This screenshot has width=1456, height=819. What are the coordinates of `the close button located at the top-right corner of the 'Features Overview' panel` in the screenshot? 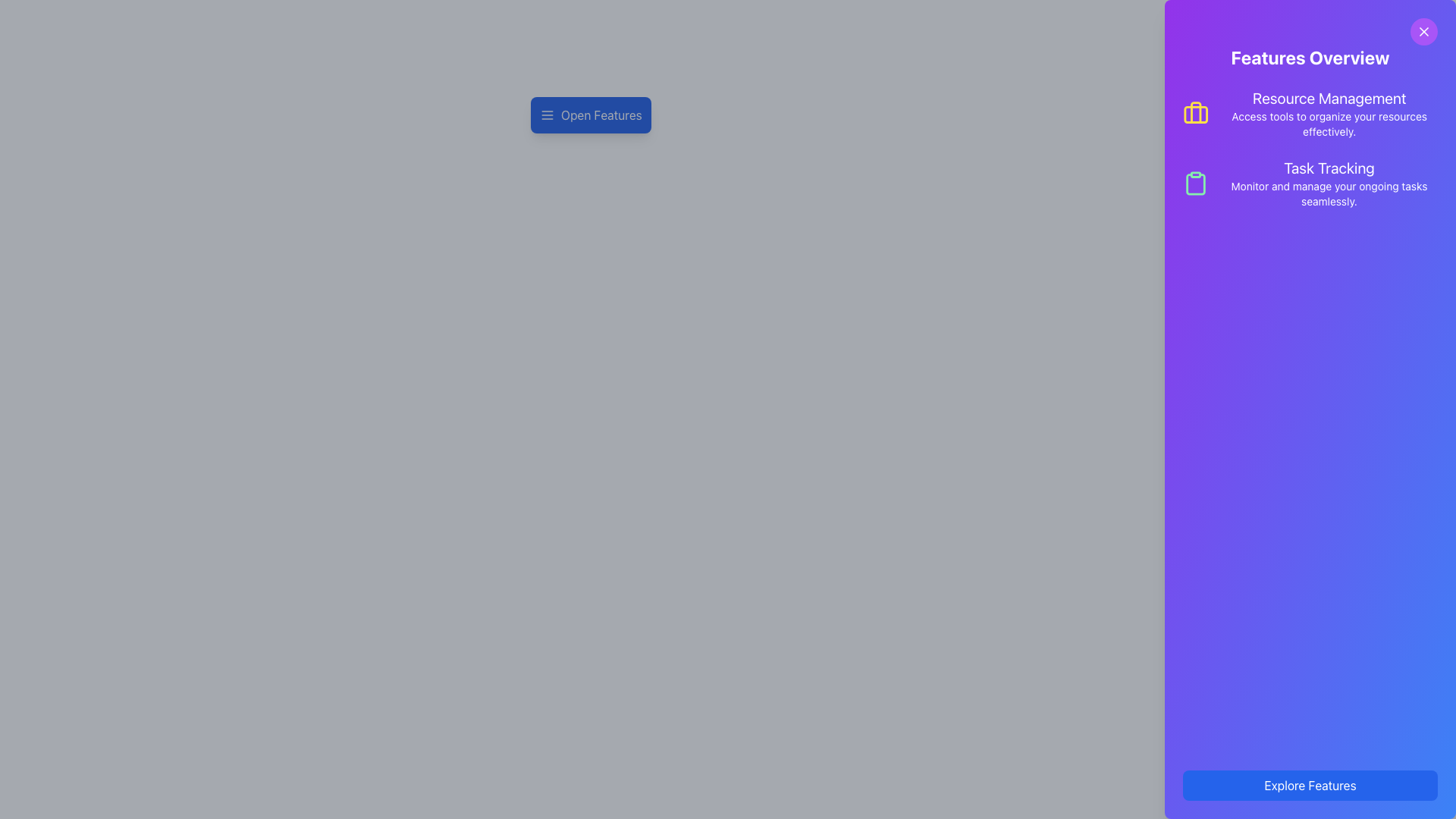 It's located at (1423, 32).